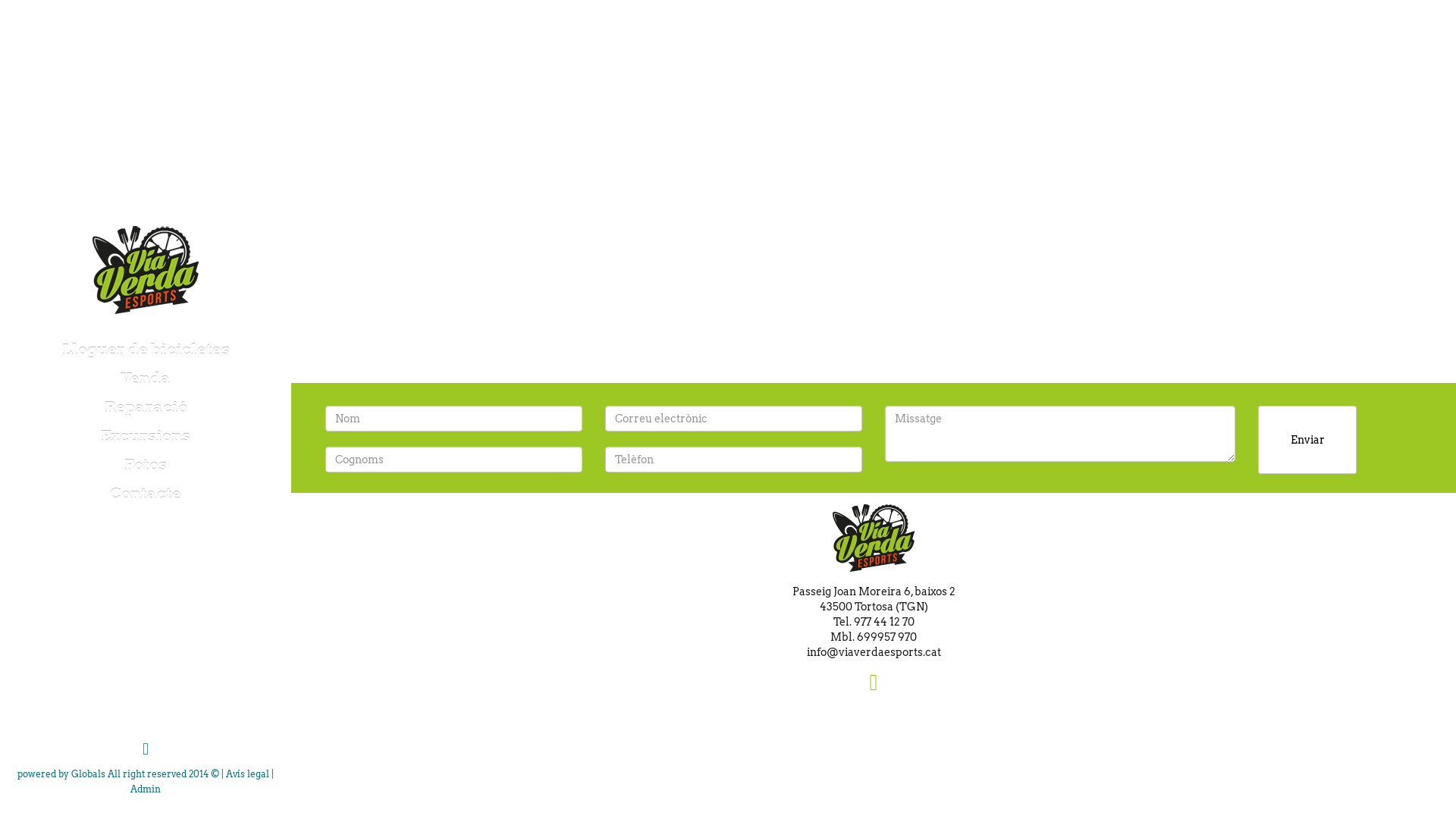 The width and height of the screenshot is (1456, 819). Describe the element at coordinates (87, 773) in the screenshot. I see `'Globals'` at that location.